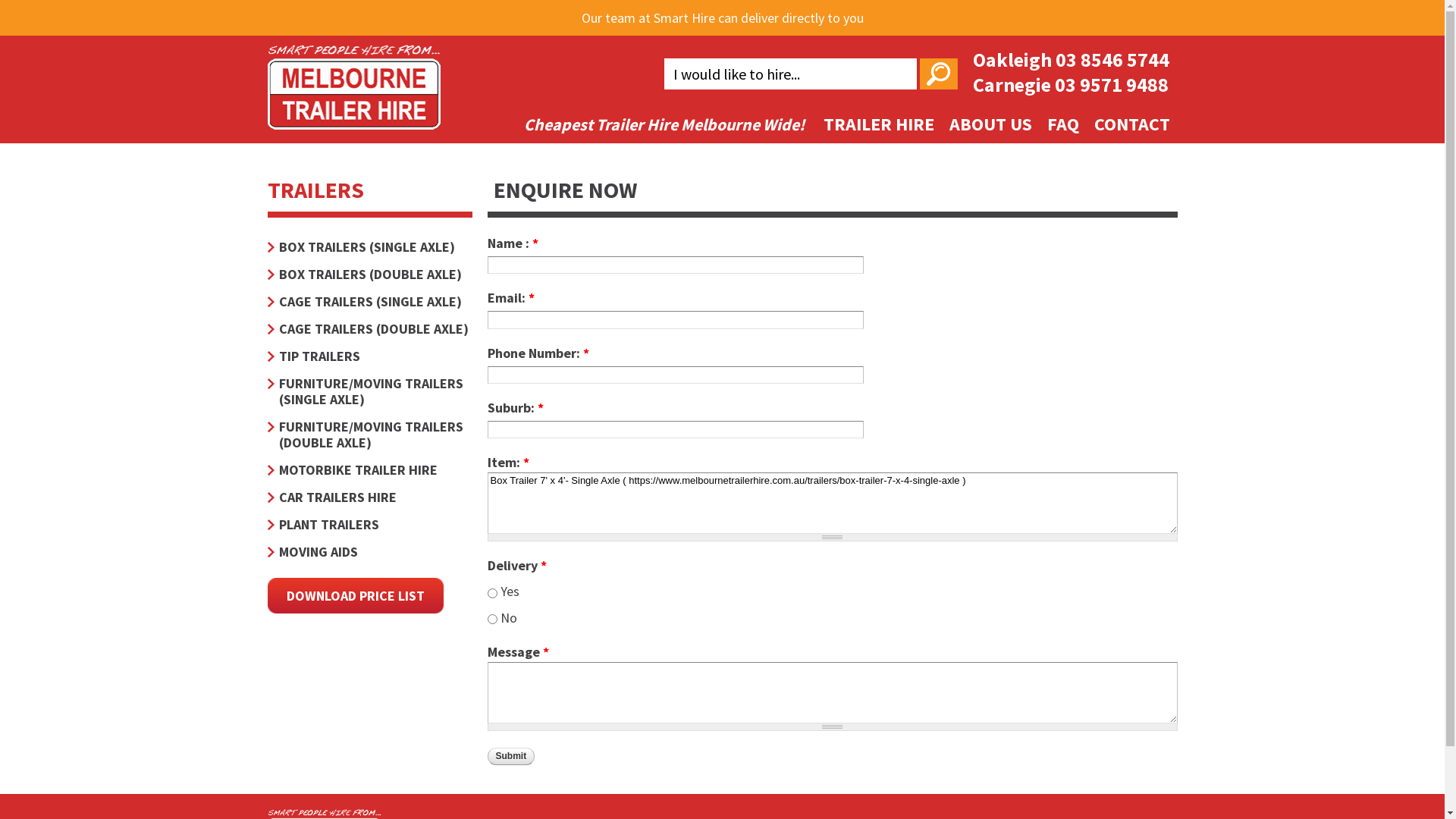  Describe the element at coordinates (352, 118) in the screenshot. I see `'Trailer Rental Melbourne'` at that location.